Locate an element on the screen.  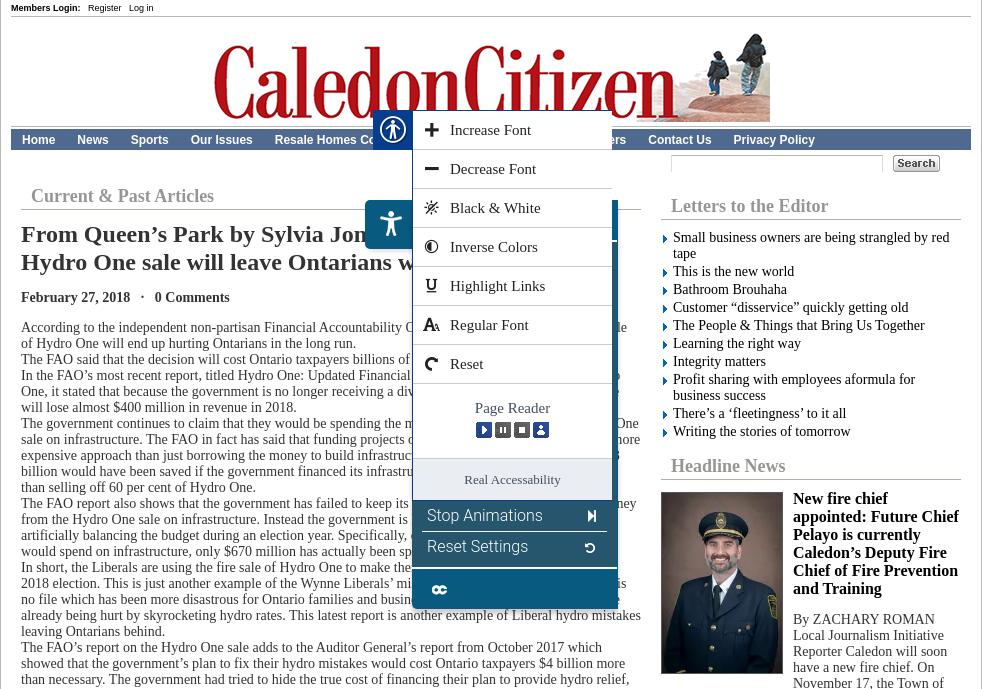
'Register' is located at coordinates (103, 7).